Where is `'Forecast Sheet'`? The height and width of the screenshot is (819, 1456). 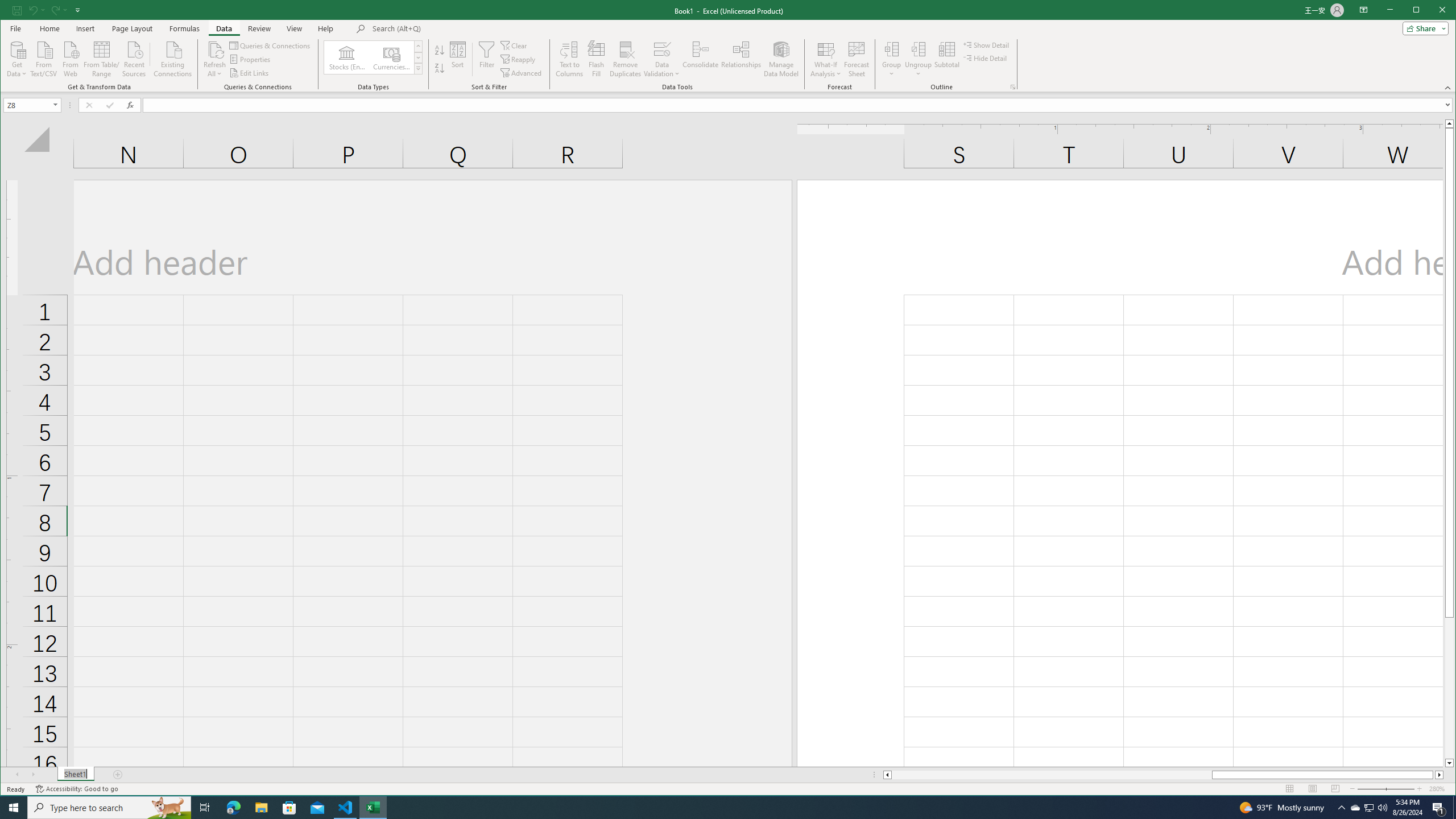
'Forecast Sheet' is located at coordinates (856, 59).